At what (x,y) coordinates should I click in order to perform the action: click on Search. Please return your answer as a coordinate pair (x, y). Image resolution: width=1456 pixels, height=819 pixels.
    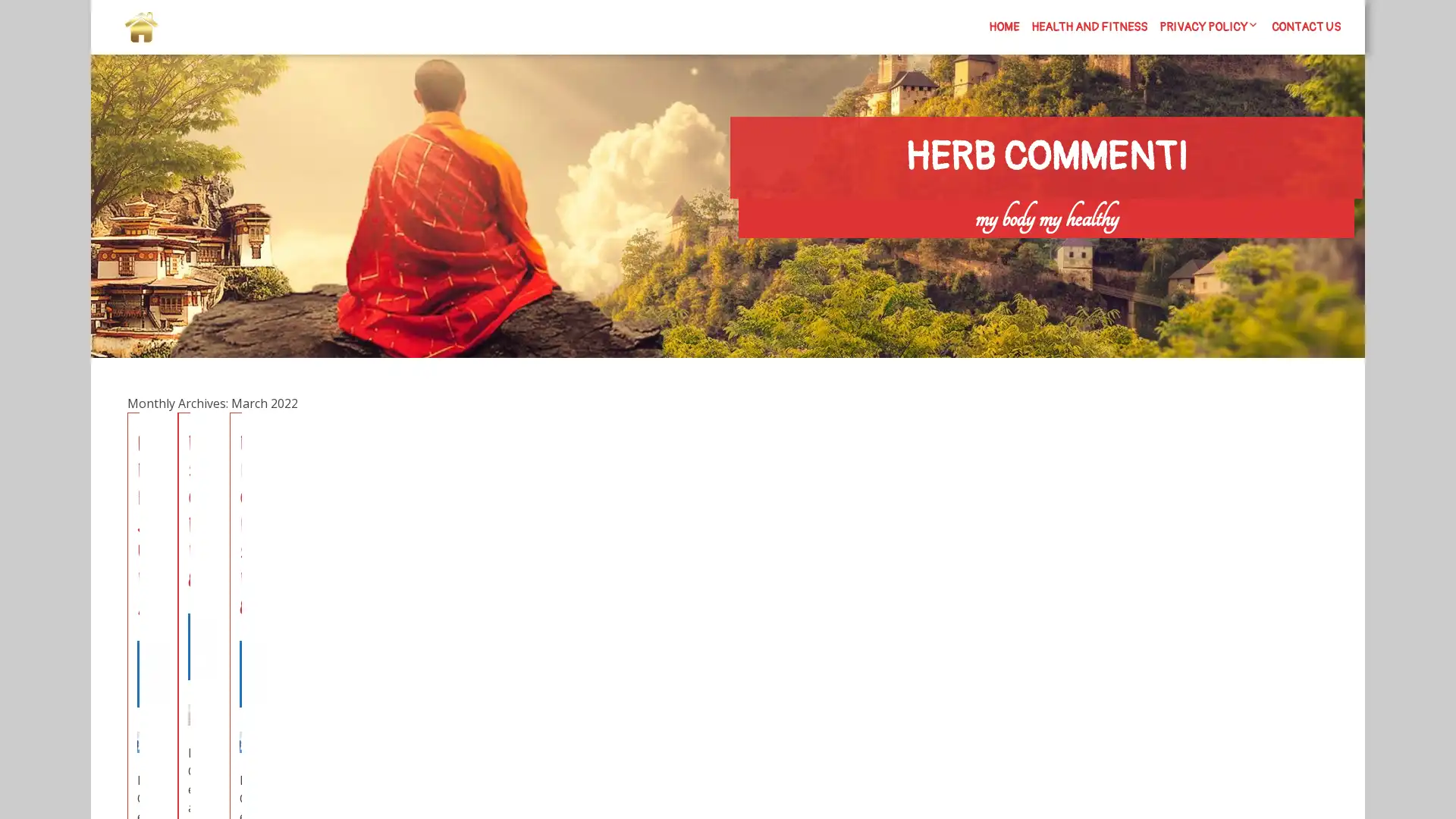
    Looking at the image, I should click on (1181, 248).